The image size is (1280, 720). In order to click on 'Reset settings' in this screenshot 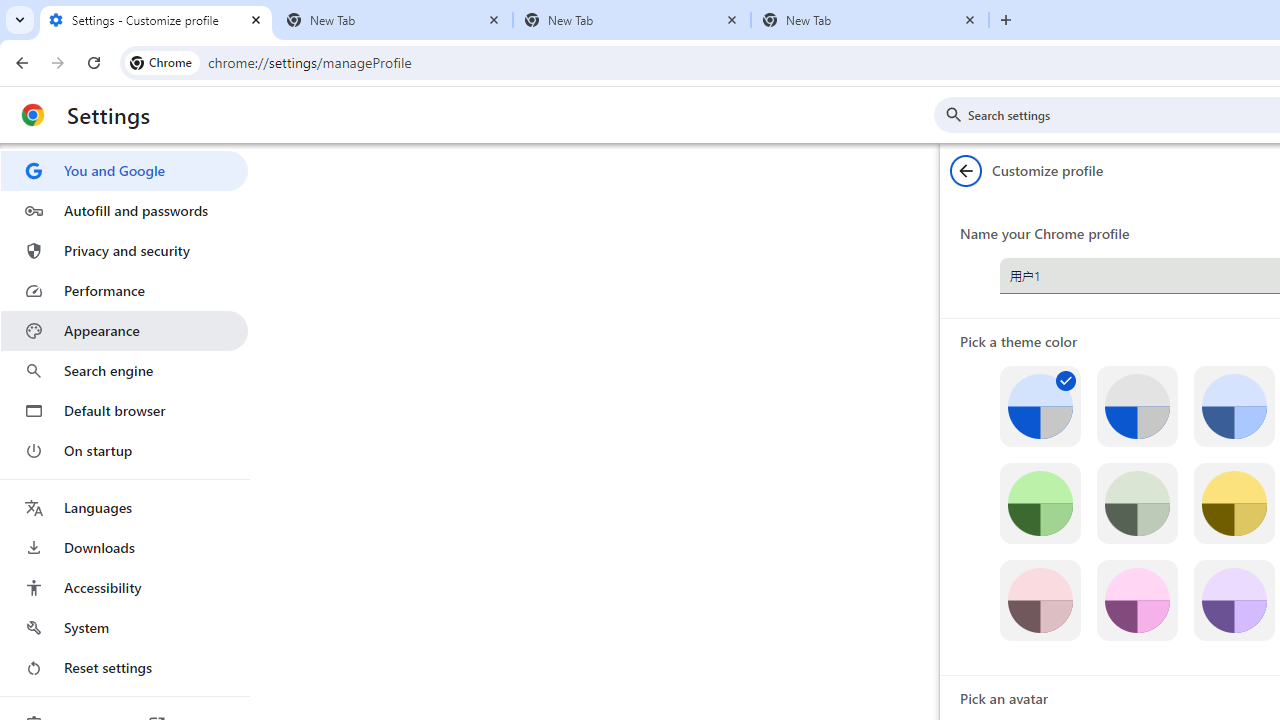, I will do `click(123, 668)`.